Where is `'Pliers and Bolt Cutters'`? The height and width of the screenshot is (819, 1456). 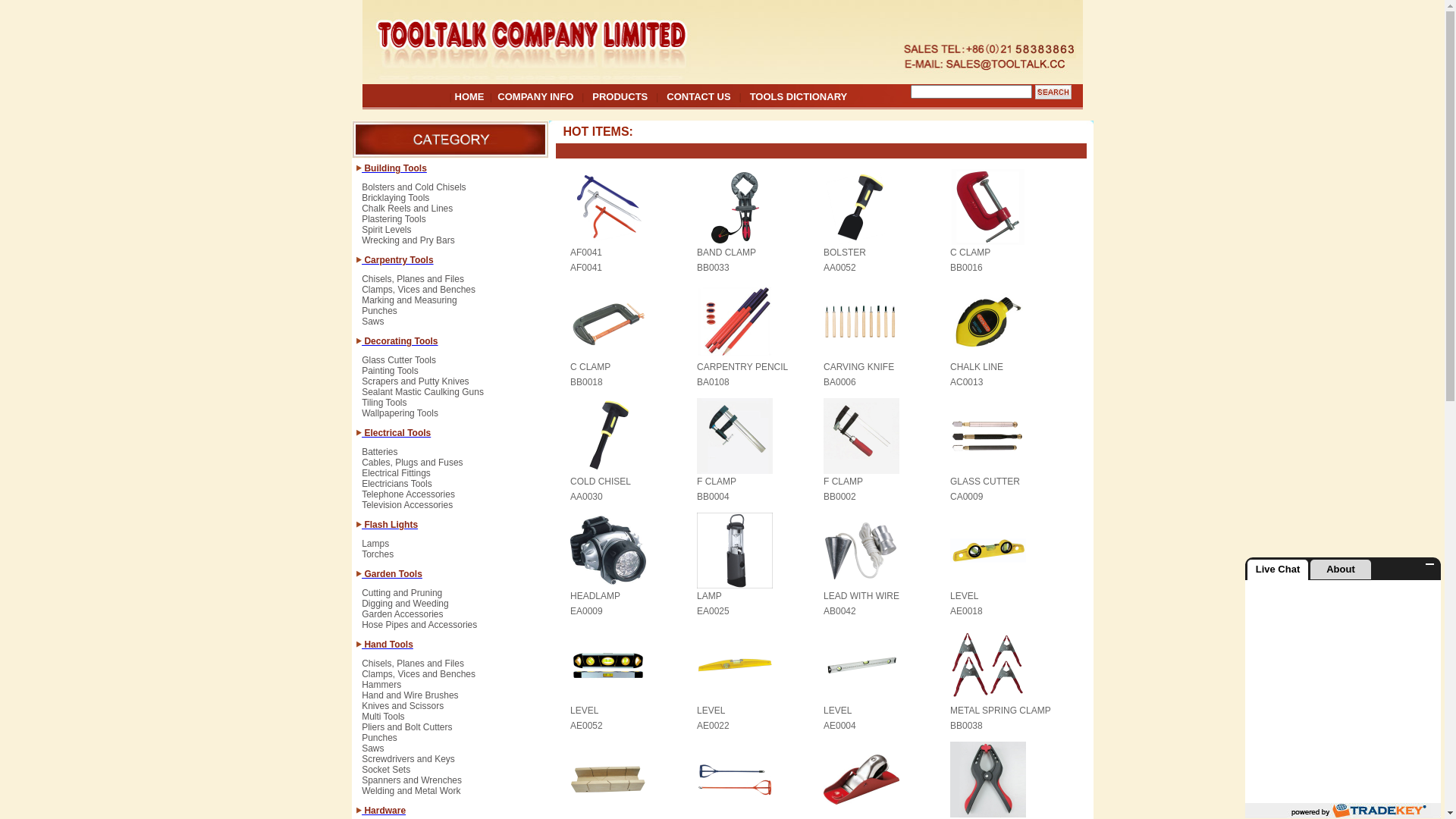
'Pliers and Bolt Cutters' is located at coordinates (406, 731).